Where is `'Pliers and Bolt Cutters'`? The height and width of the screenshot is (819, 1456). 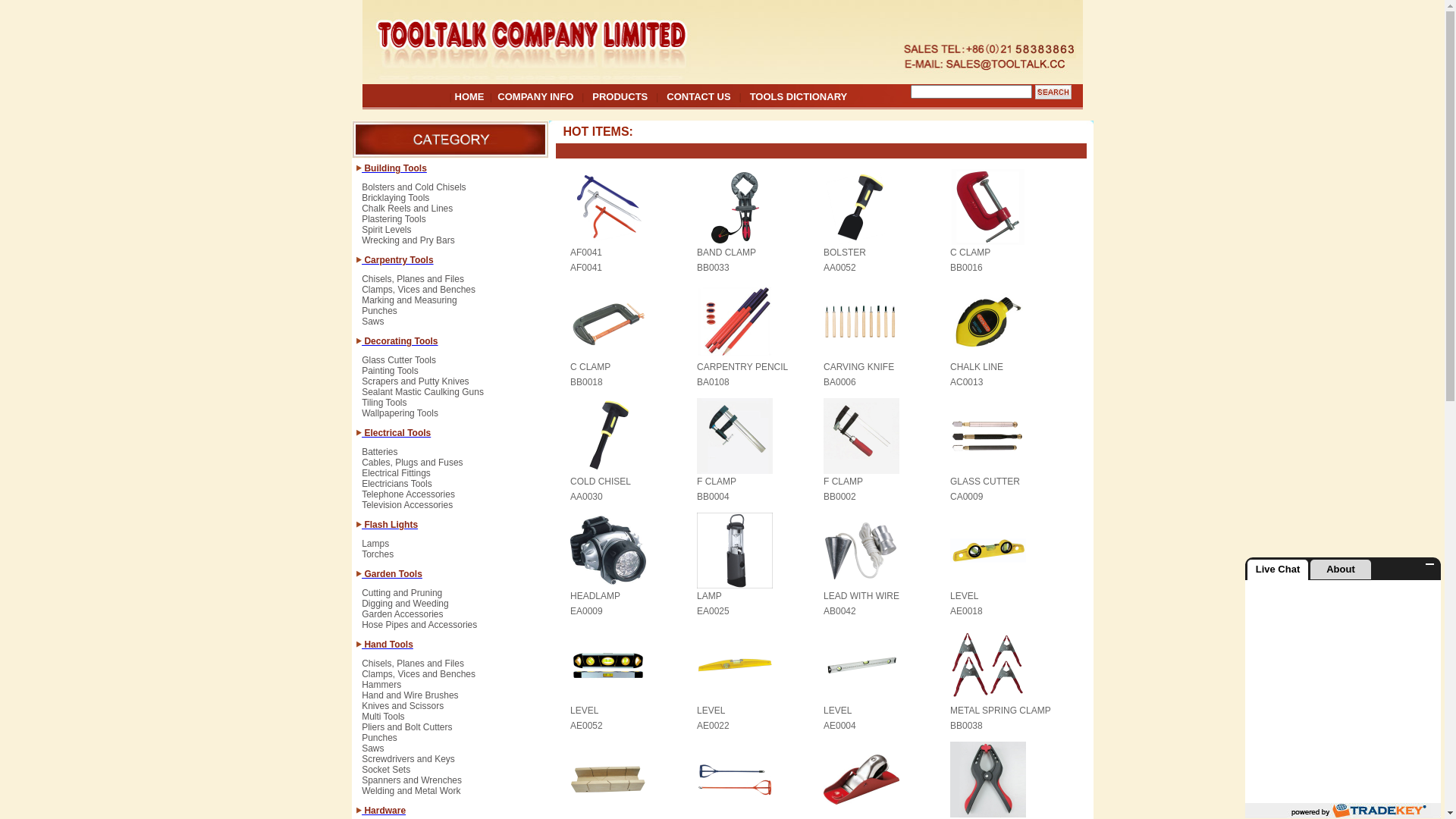
'Pliers and Bolt Cutters' is located at coordinates (406, 731).